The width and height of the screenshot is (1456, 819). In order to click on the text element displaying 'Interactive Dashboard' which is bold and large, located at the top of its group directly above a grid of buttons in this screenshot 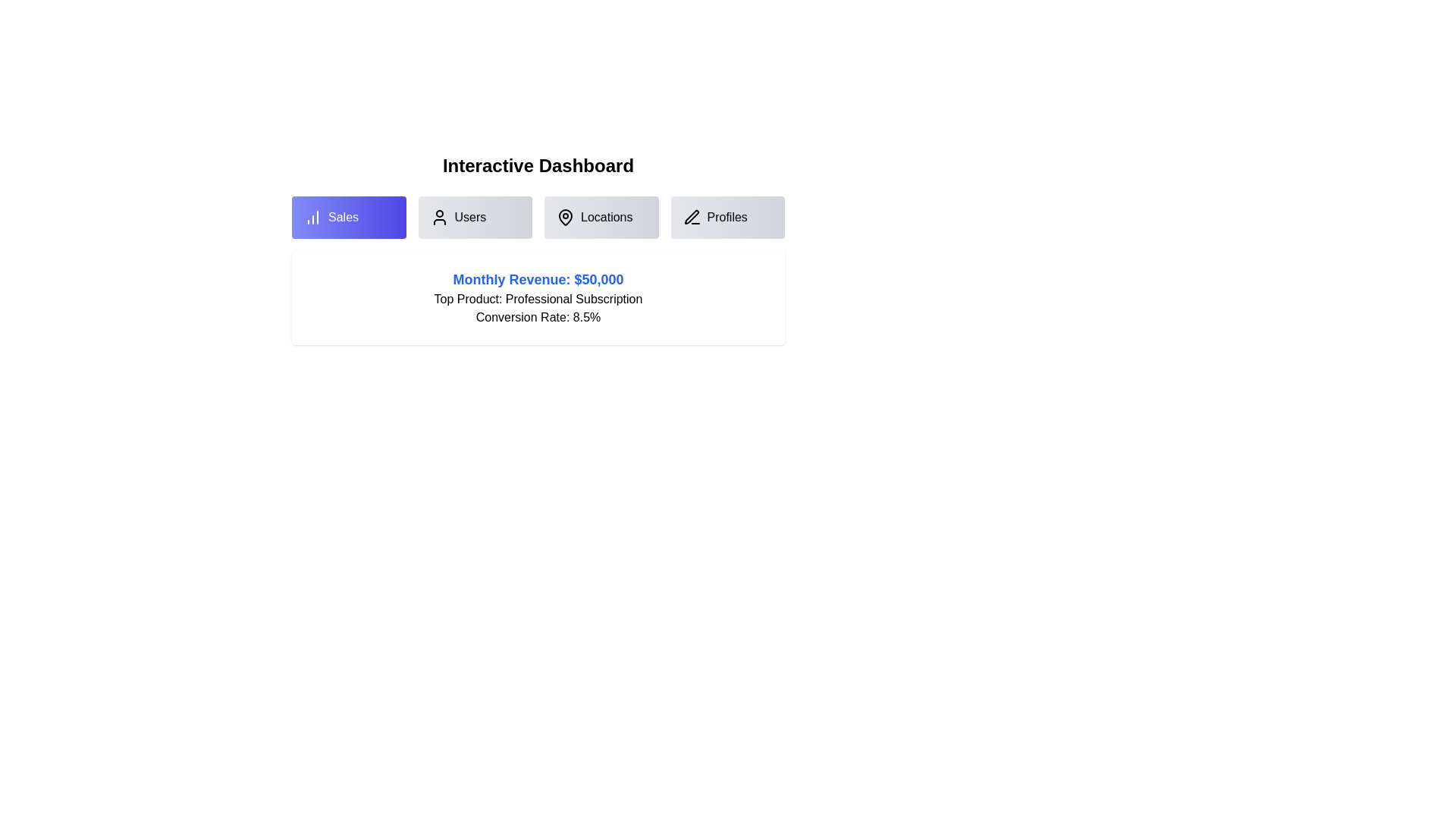, I will do `click(538, 166)`.